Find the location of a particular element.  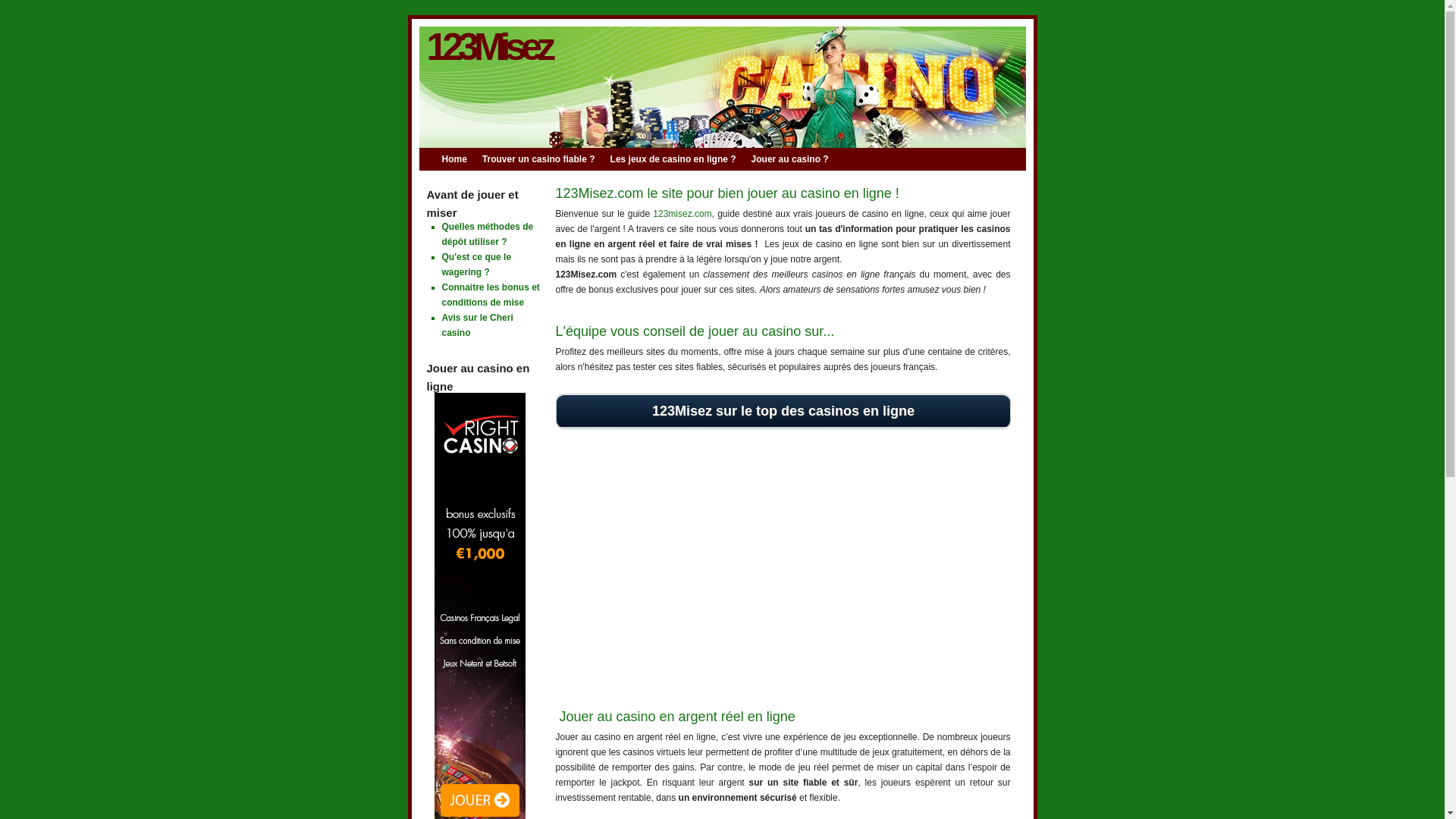

'Trouver un casino fiable ?' is located at coordinates (481, 158).